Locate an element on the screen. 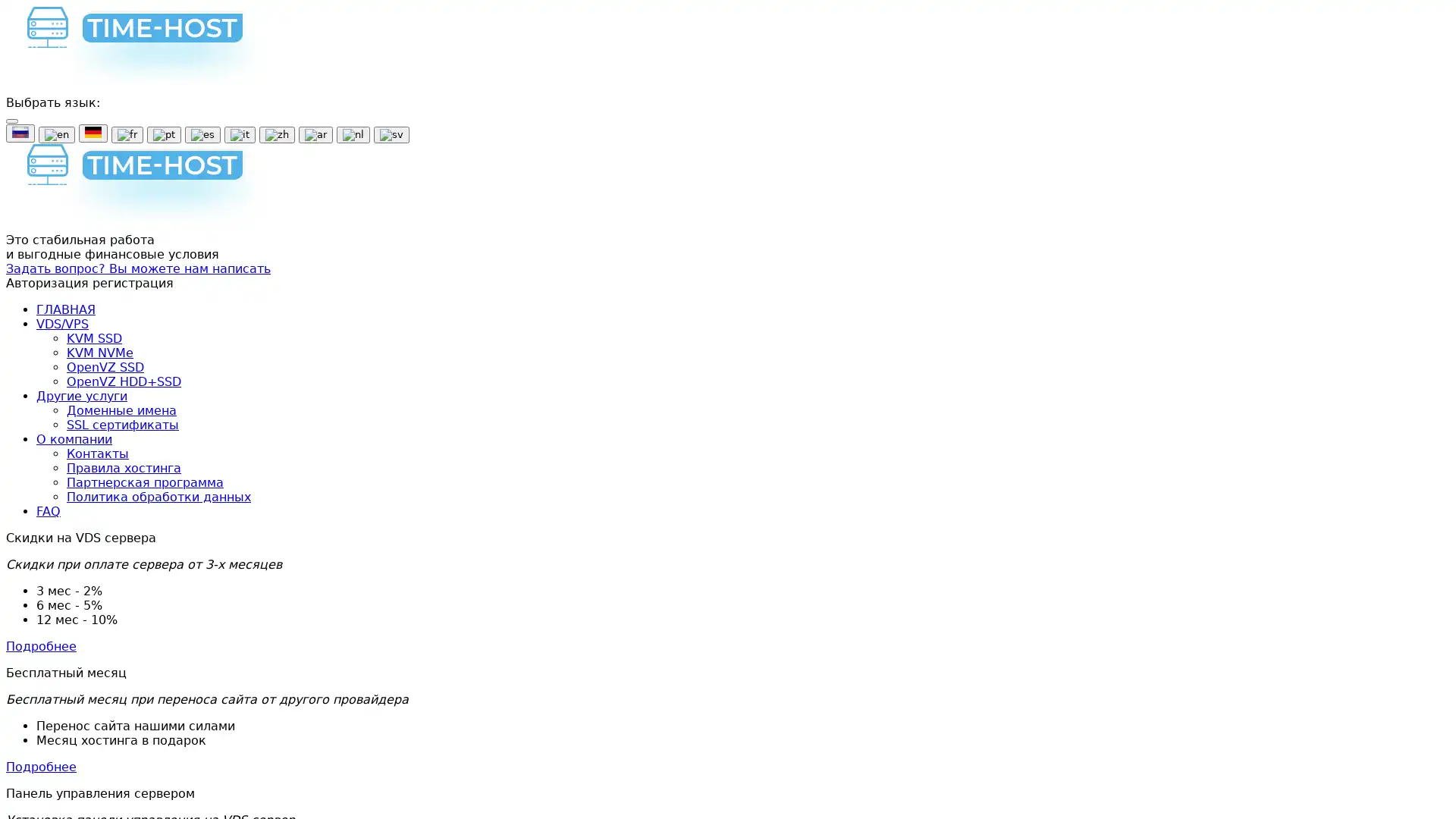 The image size is (1456, 819). it is located at coordinates (239, 133).